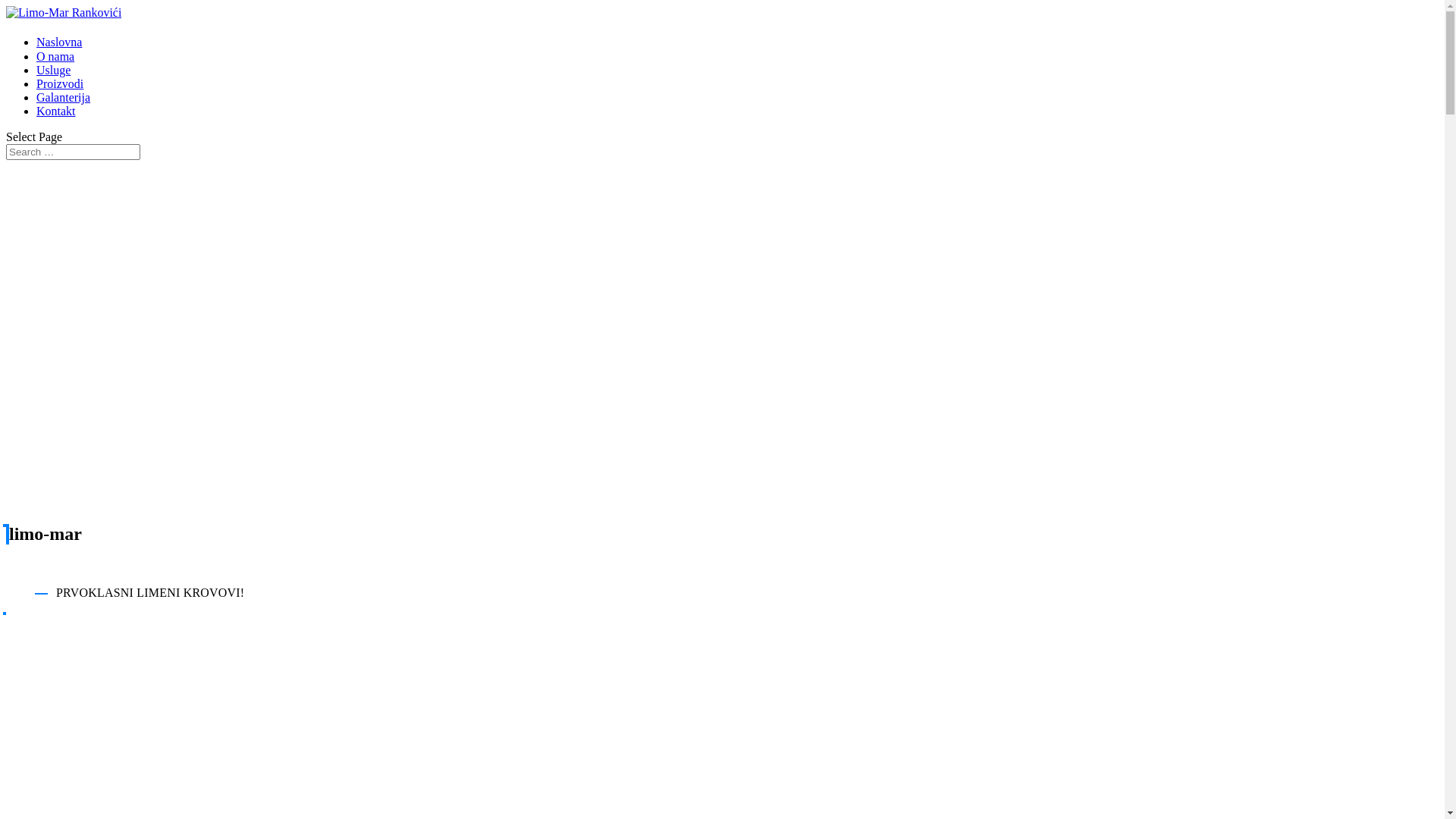 The image size is (1456, 819). Describe the element at coordinates (59, 83) in the screenshot. I see `'Proizvodi'` at that location.